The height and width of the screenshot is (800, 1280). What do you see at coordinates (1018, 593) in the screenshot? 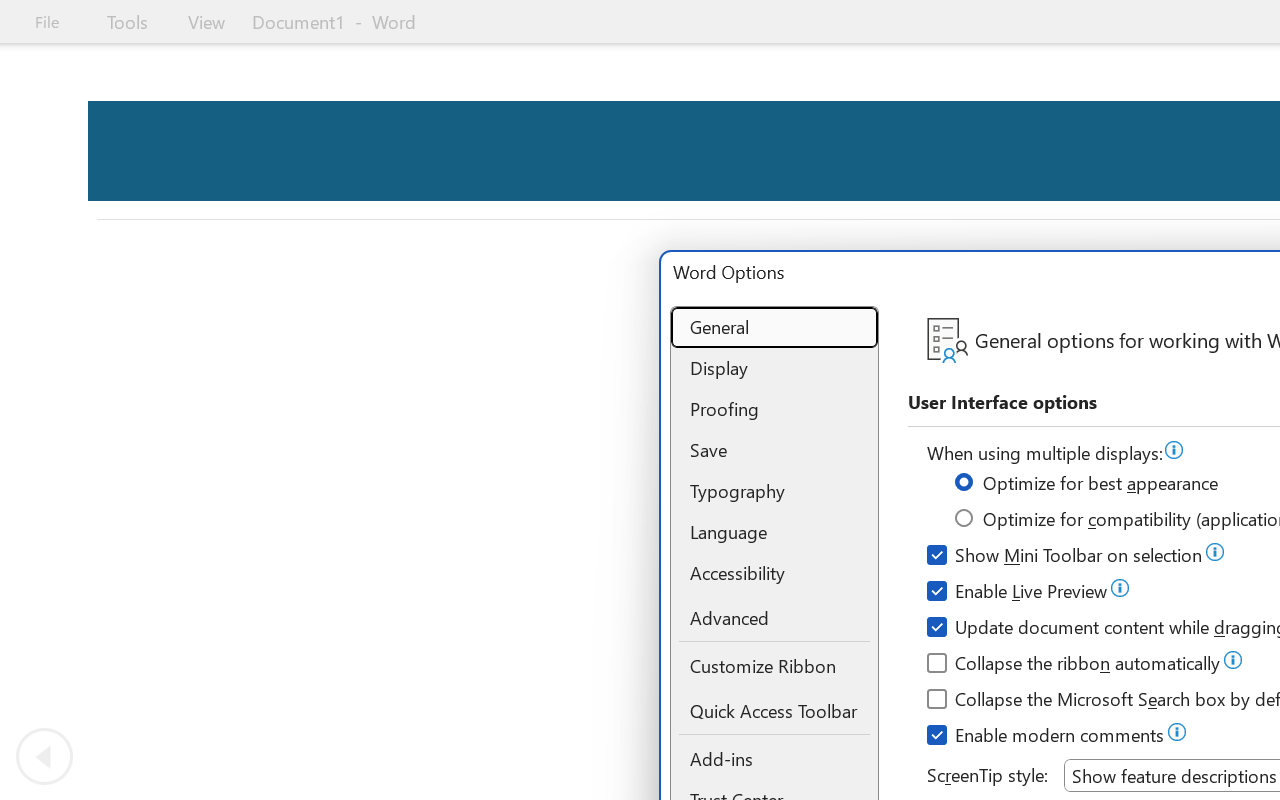
I see `'Enable Live Preview'` at bounding box center [1018, 593].